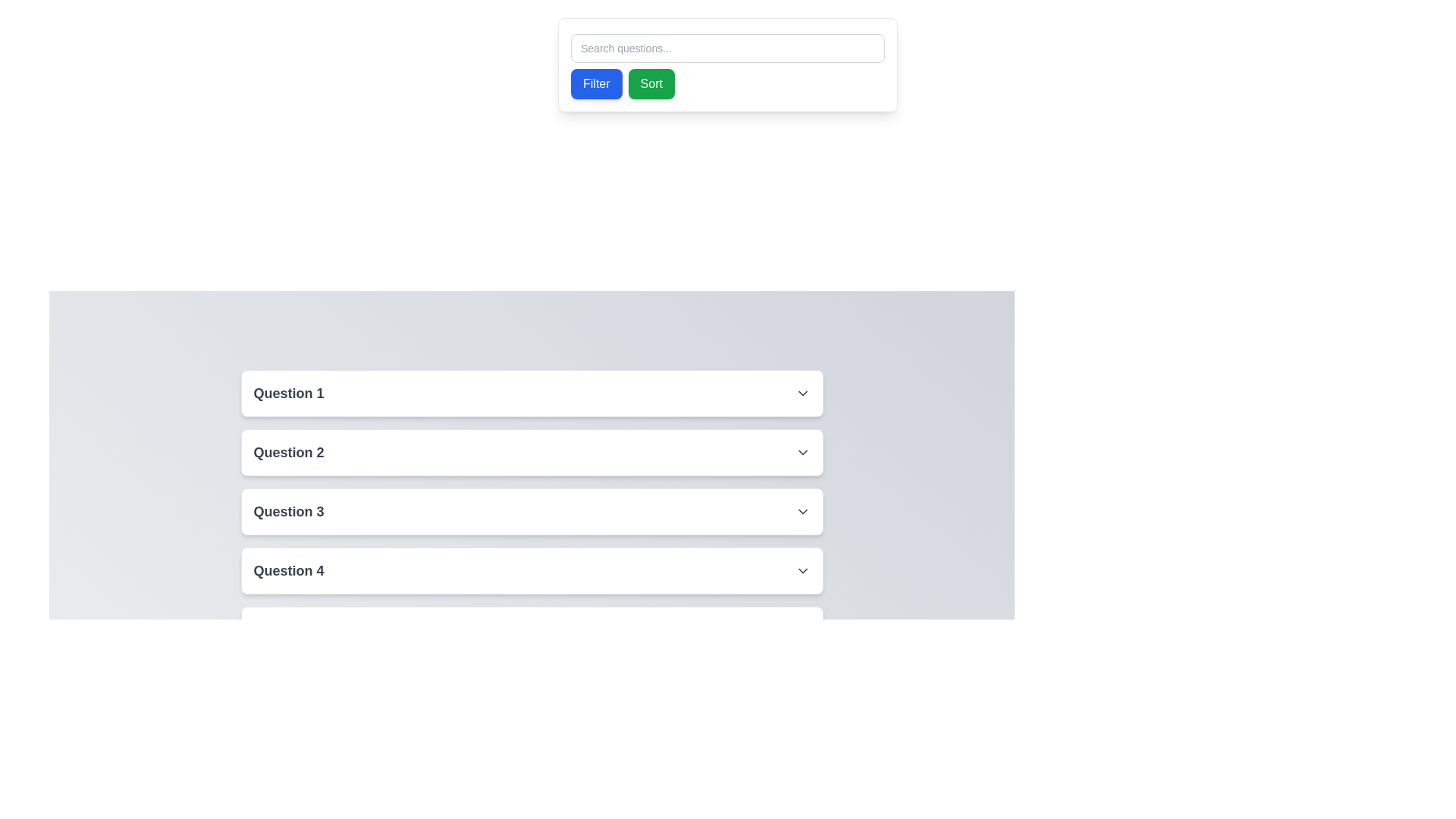 The image size is (1456, 819). I want to click on the second text label in the list that serves as a title or description for a section, so click(288, 452).